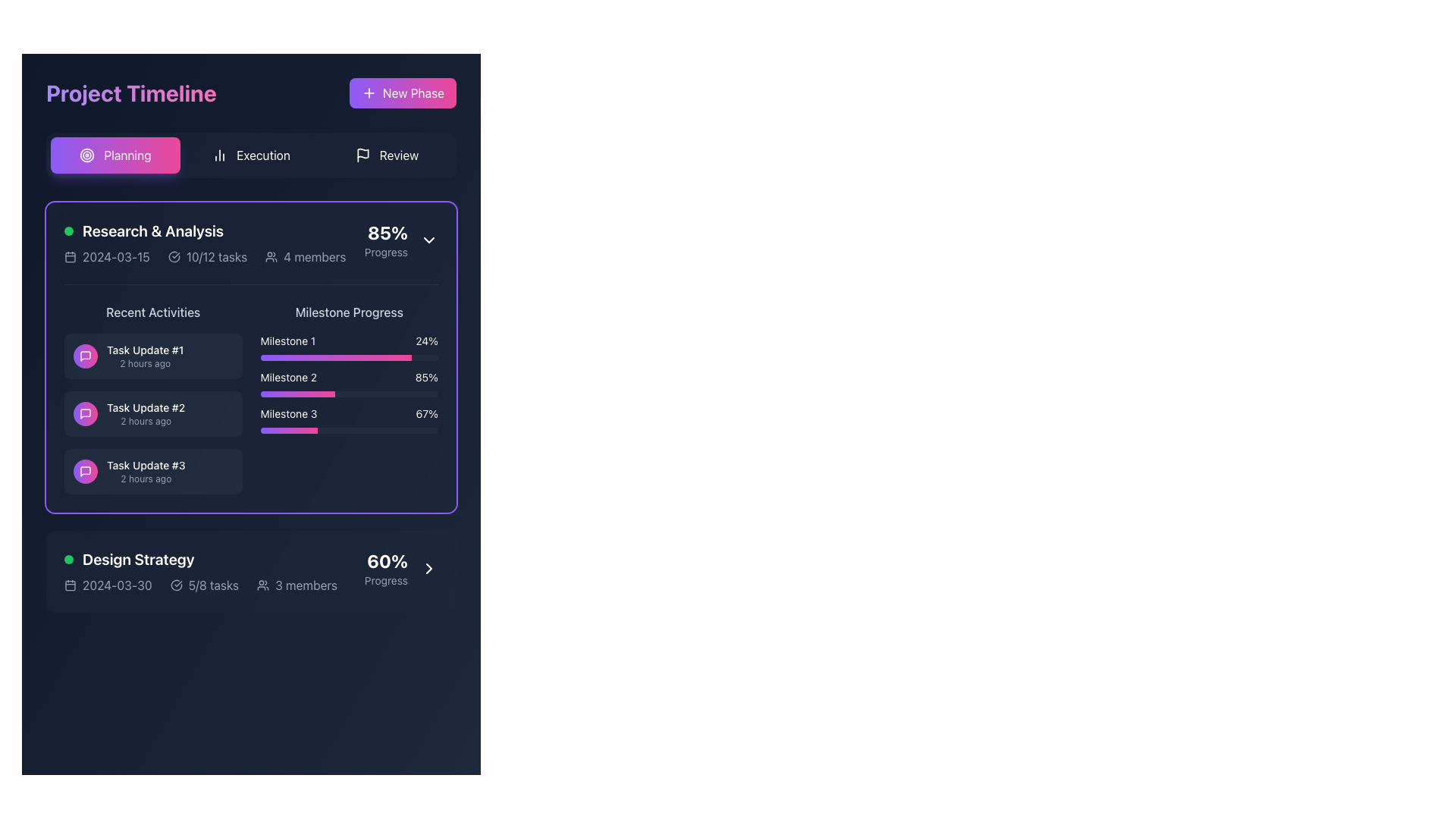  Describe the element at coordinates (251, 155) in the screenshot. I see `the 'Execution' tab button in the tab navigation system to trigger hover effects` at that location.